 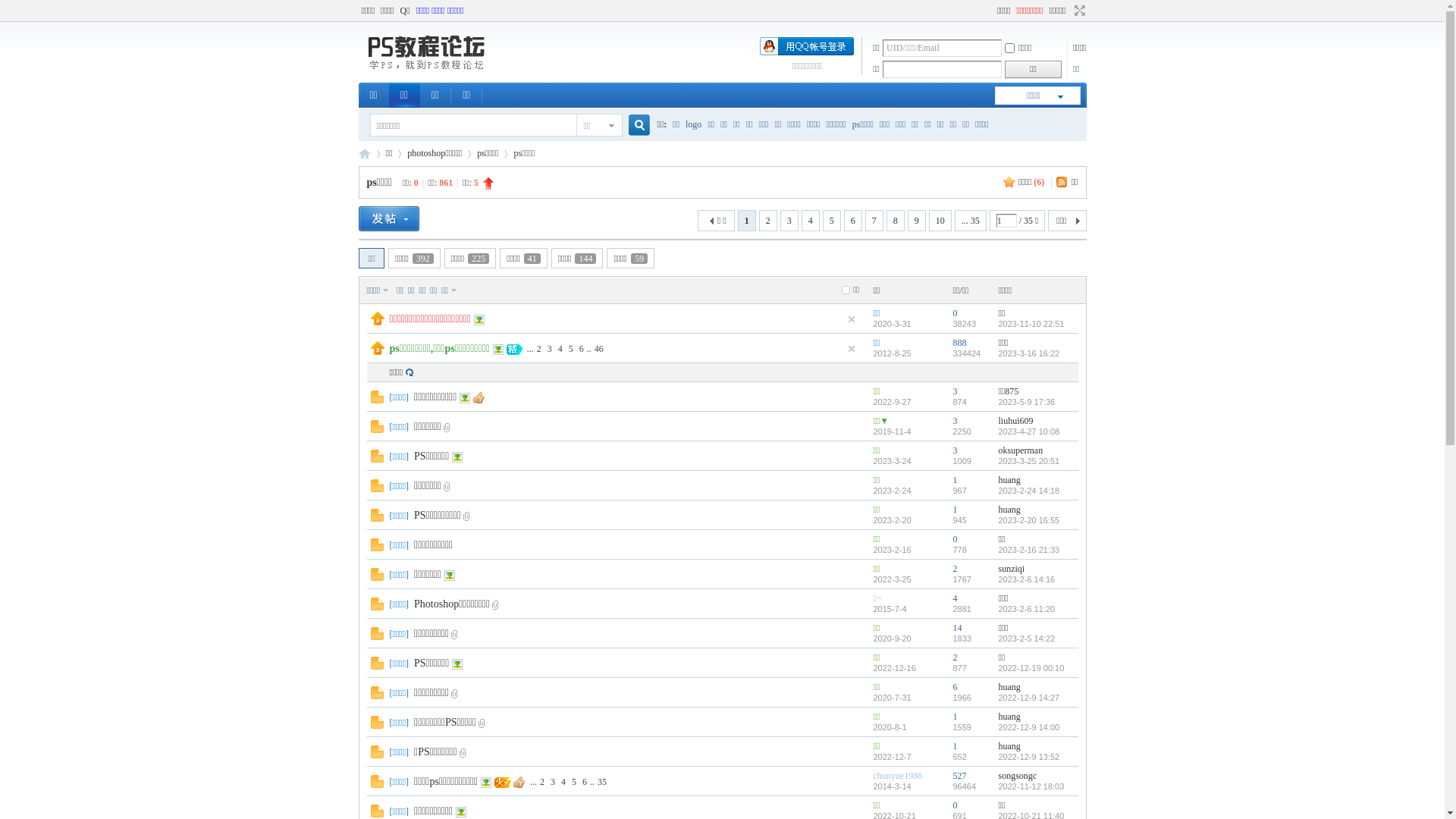 I want to click on 'liuhui609', so click(x=997, y=421).